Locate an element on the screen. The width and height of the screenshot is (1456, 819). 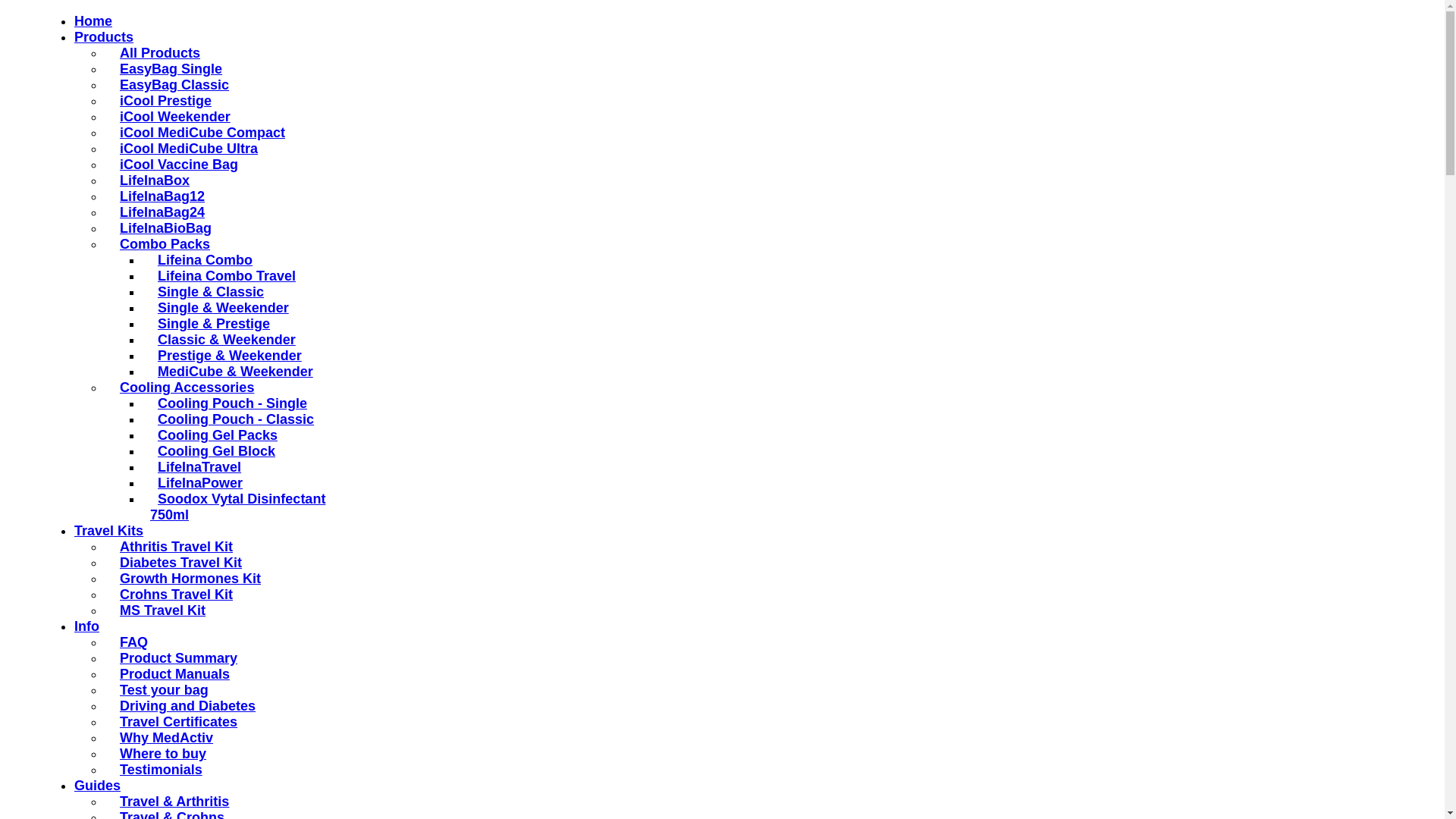
'Crohns Travel Kit' is located at coordinates (172, 593).